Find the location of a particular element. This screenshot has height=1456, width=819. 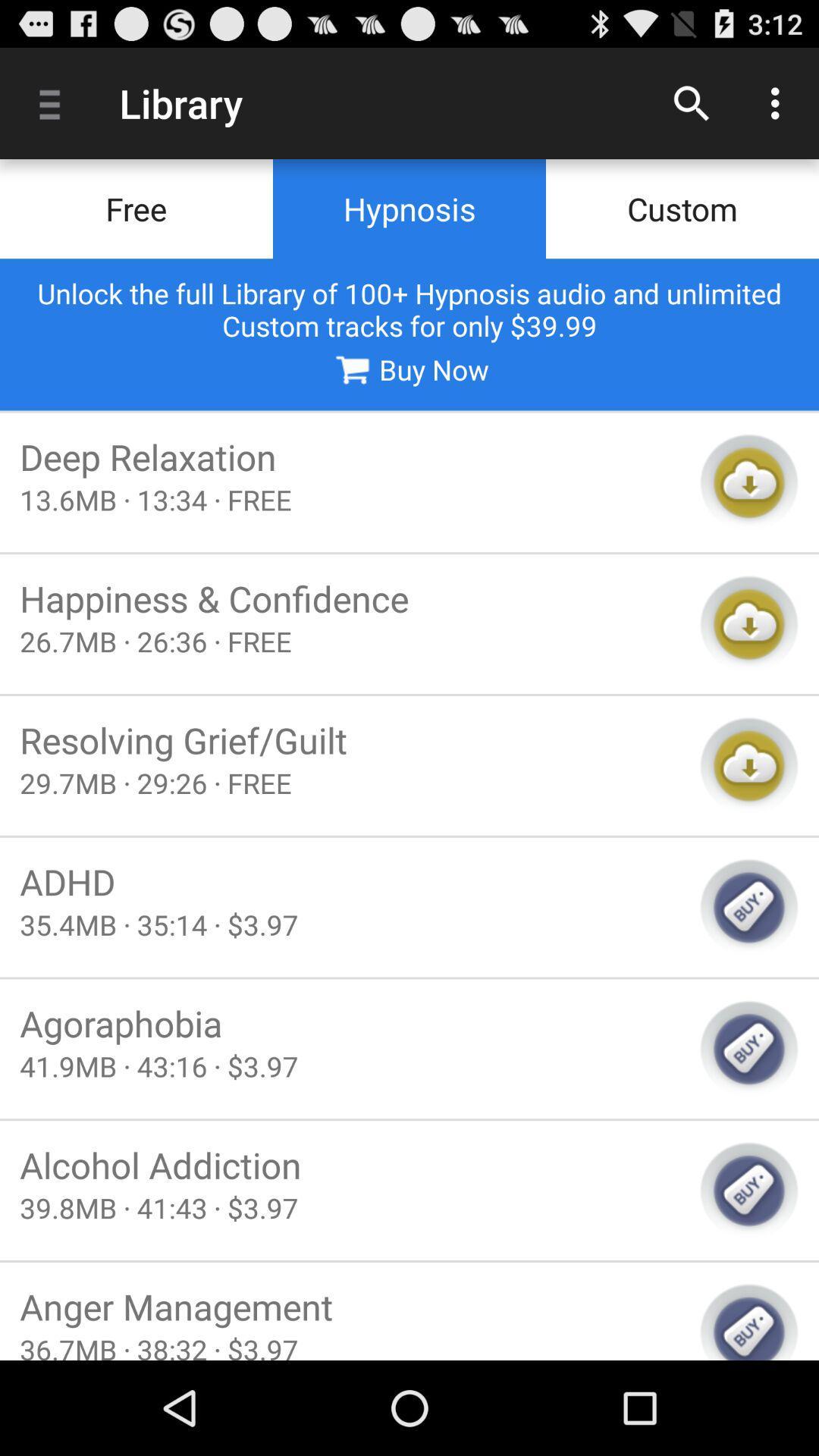

buy option is located at coordinates (748, 1320).